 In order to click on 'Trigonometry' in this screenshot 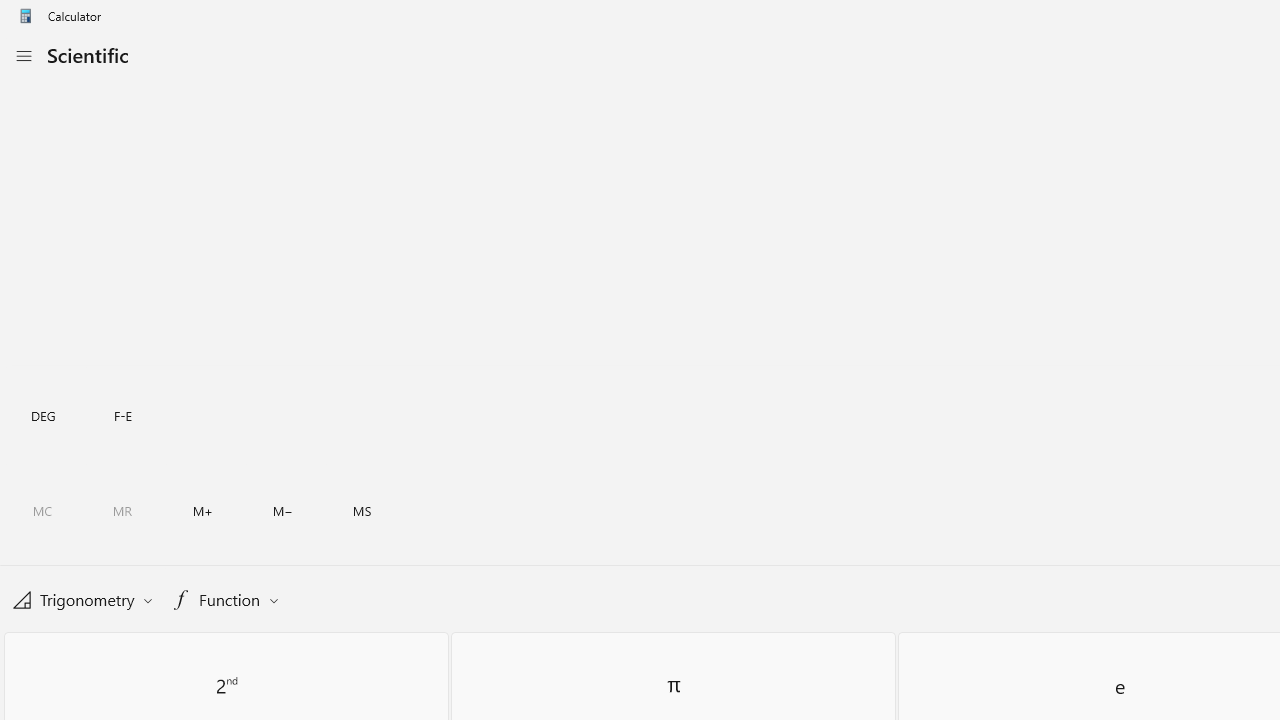, I will do `click(81, 598)`.